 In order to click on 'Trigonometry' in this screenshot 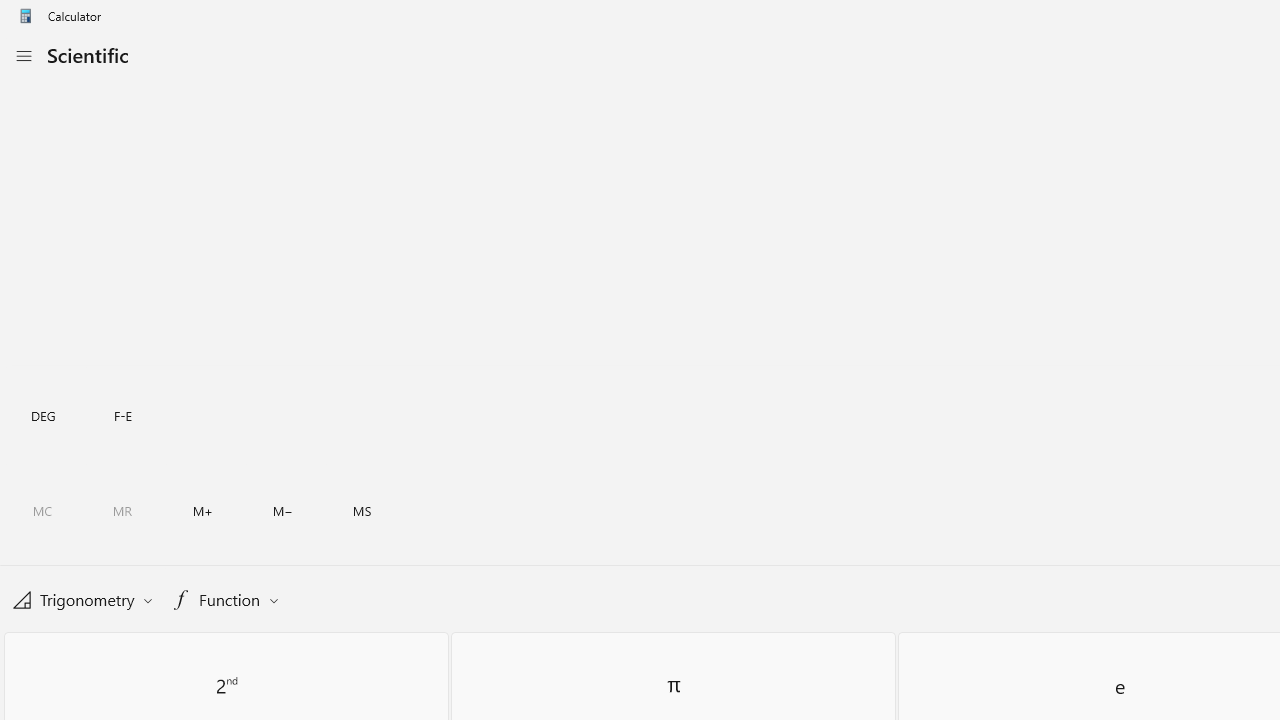, I will do `click(81, 598)`.